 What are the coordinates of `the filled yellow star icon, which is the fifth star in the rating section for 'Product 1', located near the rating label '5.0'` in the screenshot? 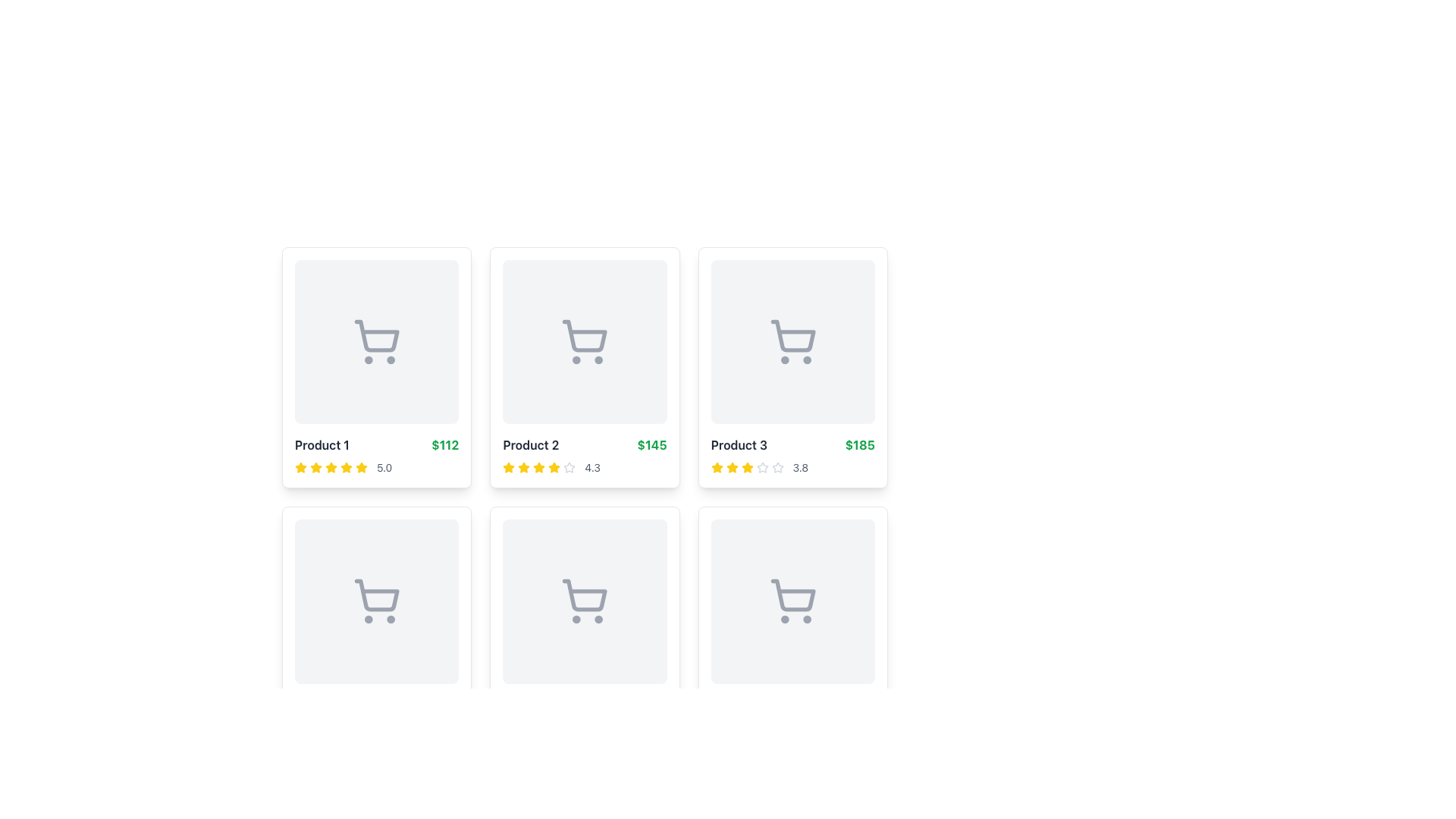 It's located at (330, 467).